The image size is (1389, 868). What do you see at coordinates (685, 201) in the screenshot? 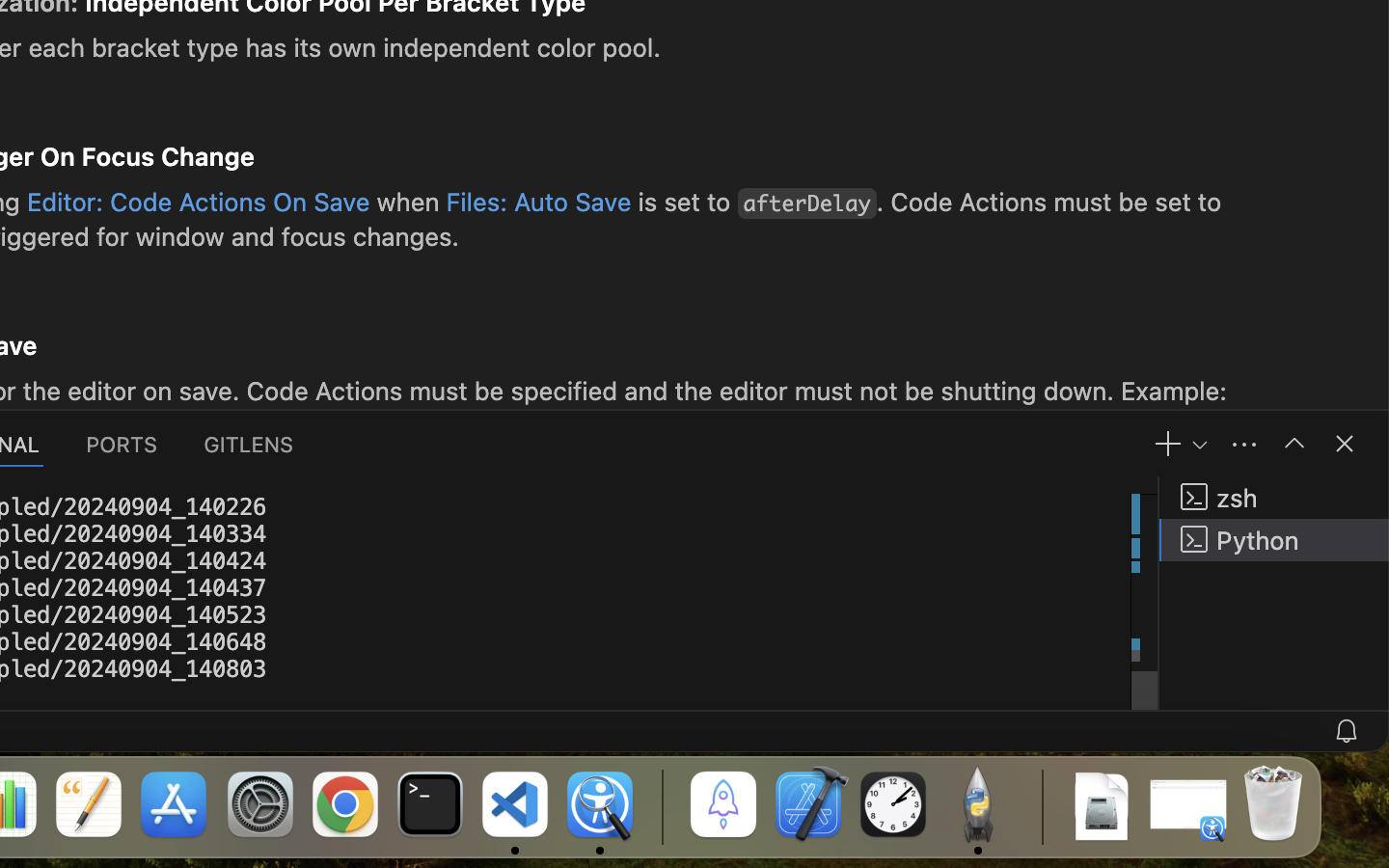
I see `'is set to'` at bounding box center [685, 201].